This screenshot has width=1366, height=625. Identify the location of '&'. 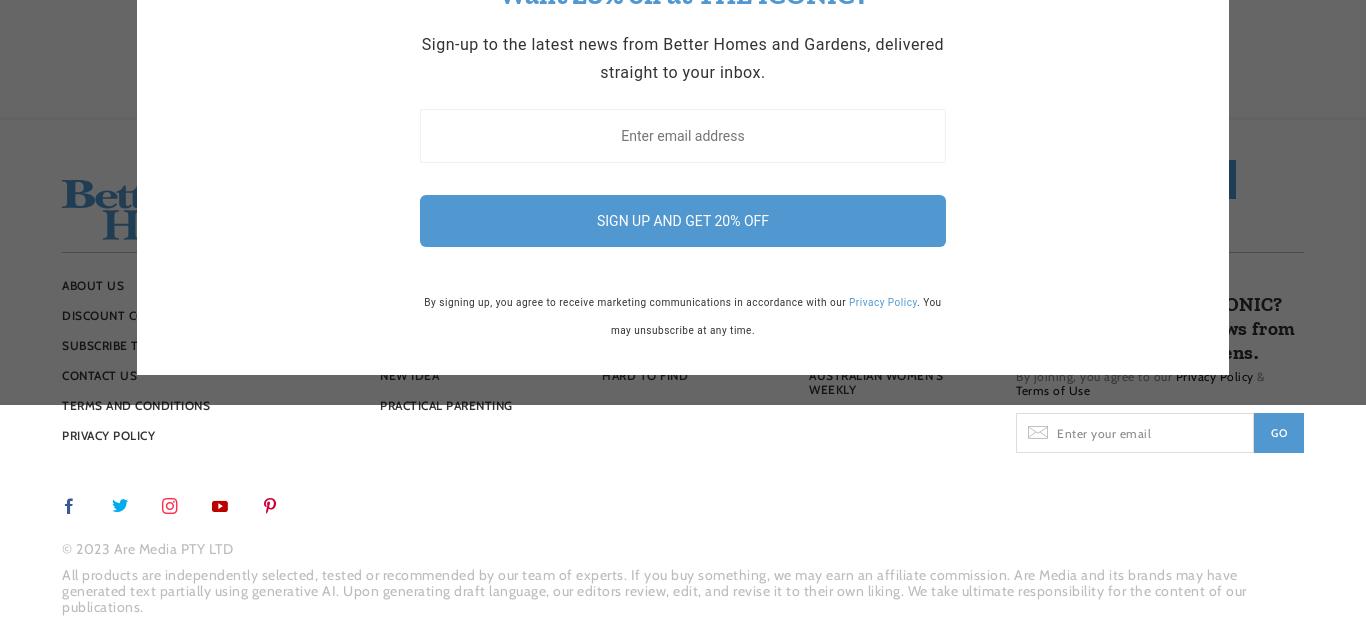
(1257, 375).